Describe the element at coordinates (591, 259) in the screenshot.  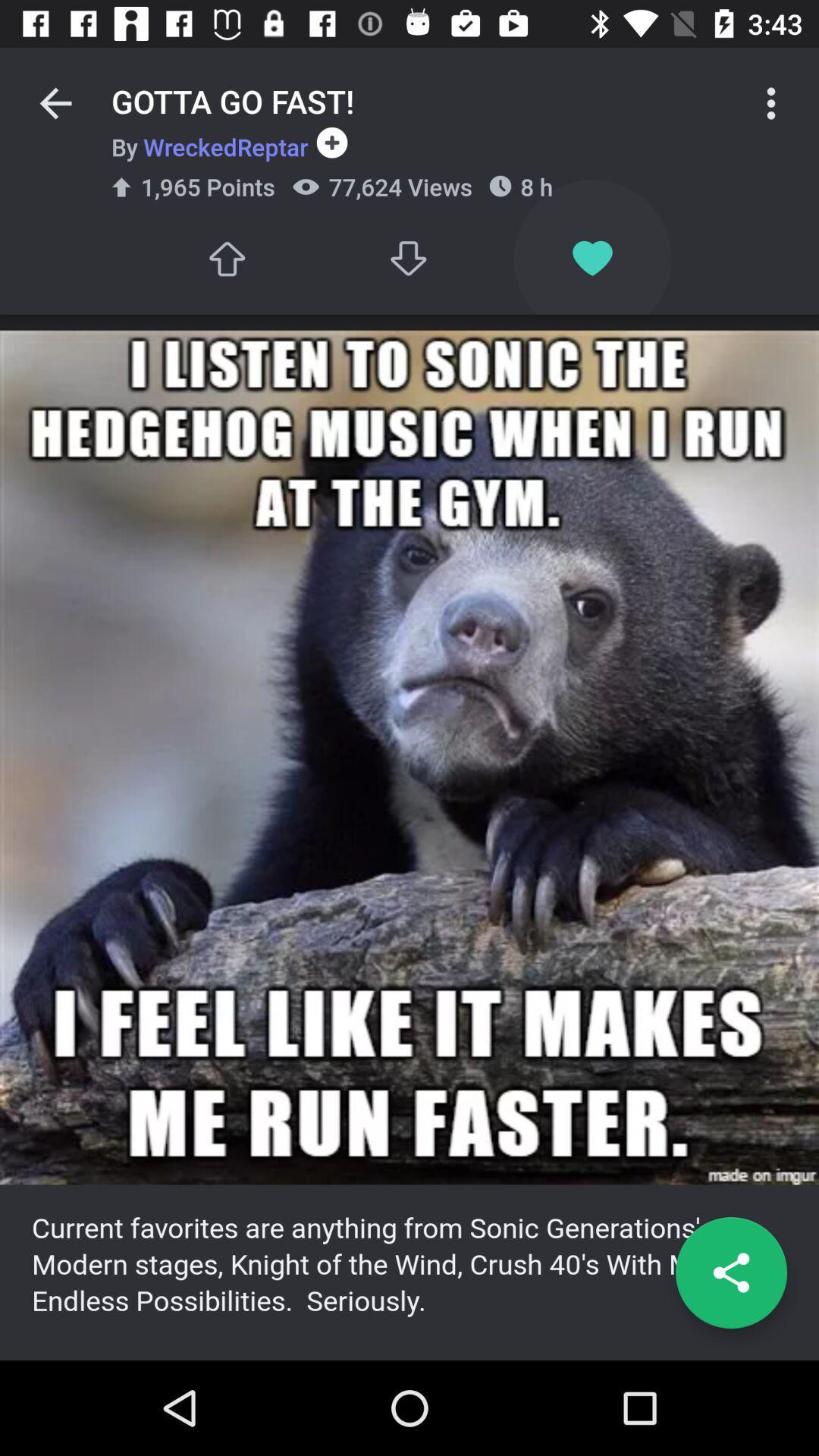
I see `to favorites` at that location.